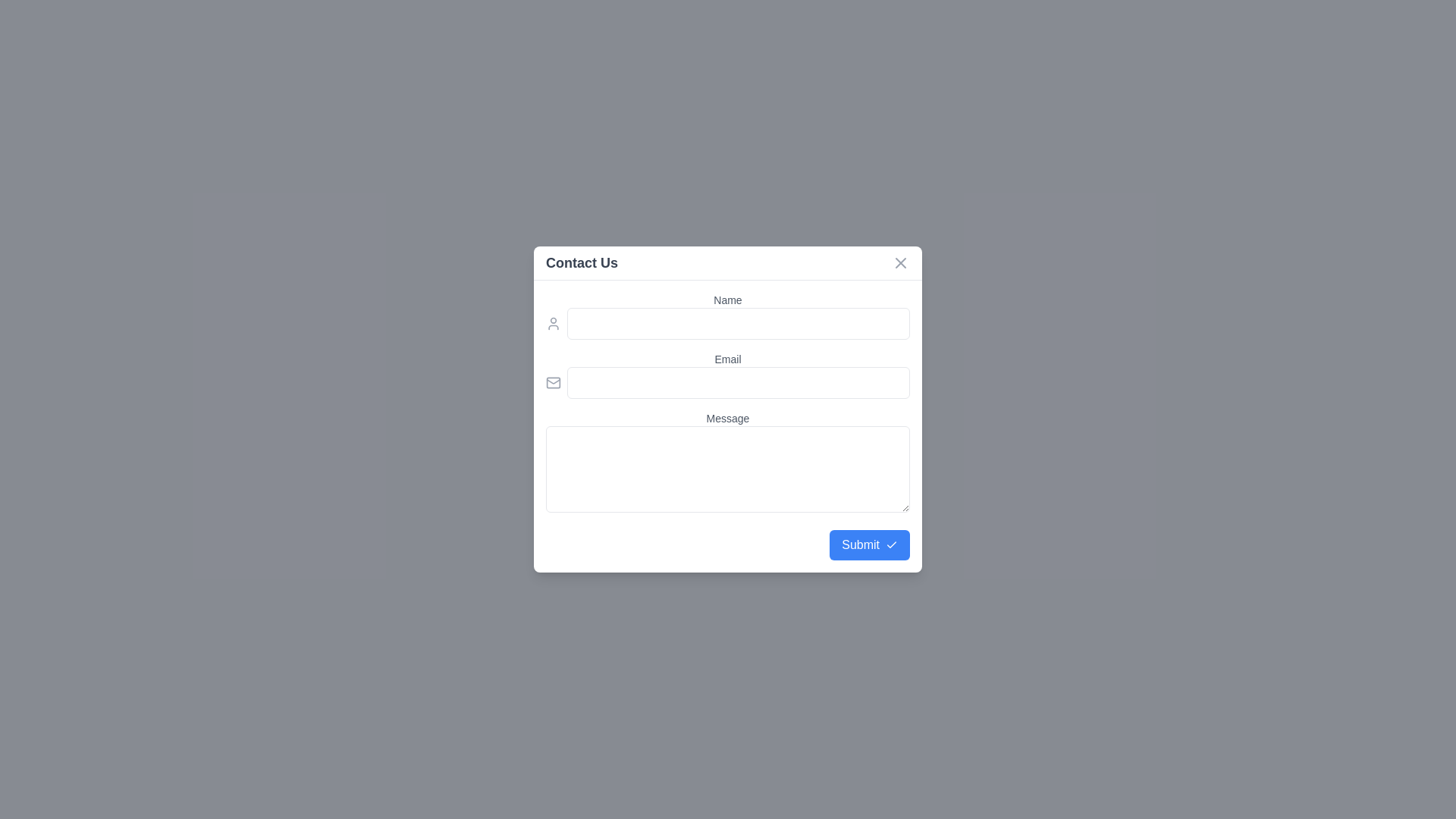  I want to click on the modal dialog body containing input fields for 'Name', 'Email', and 'Message', so click(728, 409).